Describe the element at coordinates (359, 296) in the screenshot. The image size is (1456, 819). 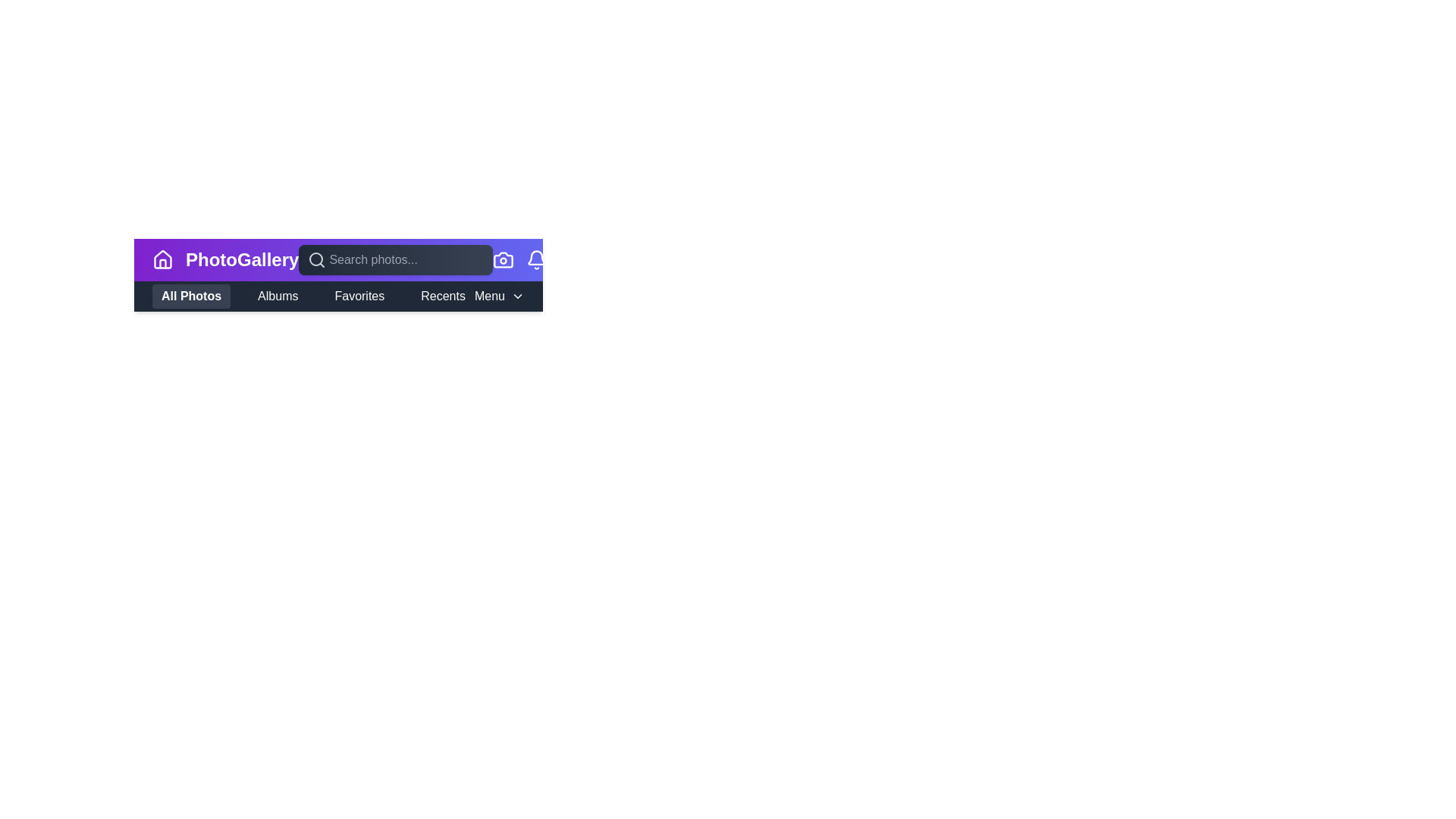
I see `the Favorites button to activate the corresponding navigation` at that location.